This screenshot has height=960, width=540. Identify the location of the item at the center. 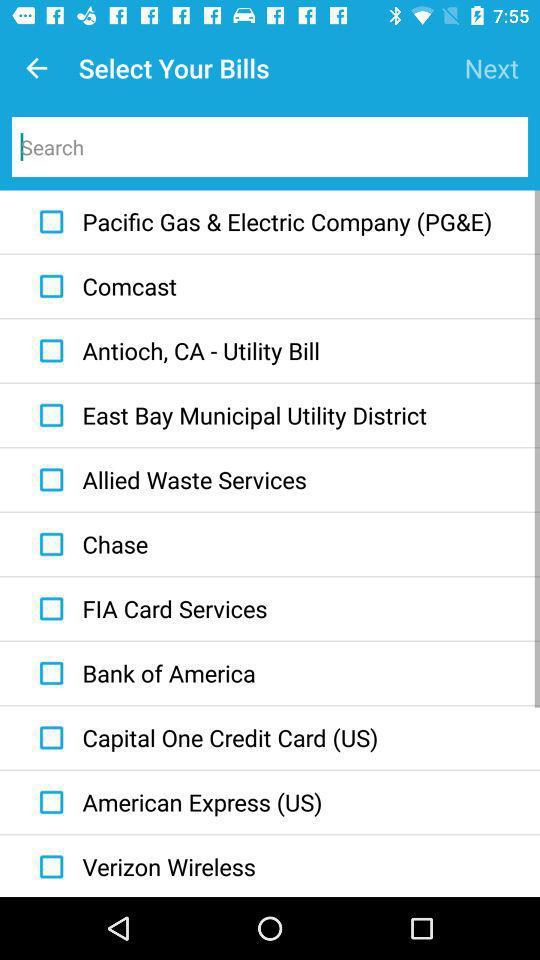
(227, 414).